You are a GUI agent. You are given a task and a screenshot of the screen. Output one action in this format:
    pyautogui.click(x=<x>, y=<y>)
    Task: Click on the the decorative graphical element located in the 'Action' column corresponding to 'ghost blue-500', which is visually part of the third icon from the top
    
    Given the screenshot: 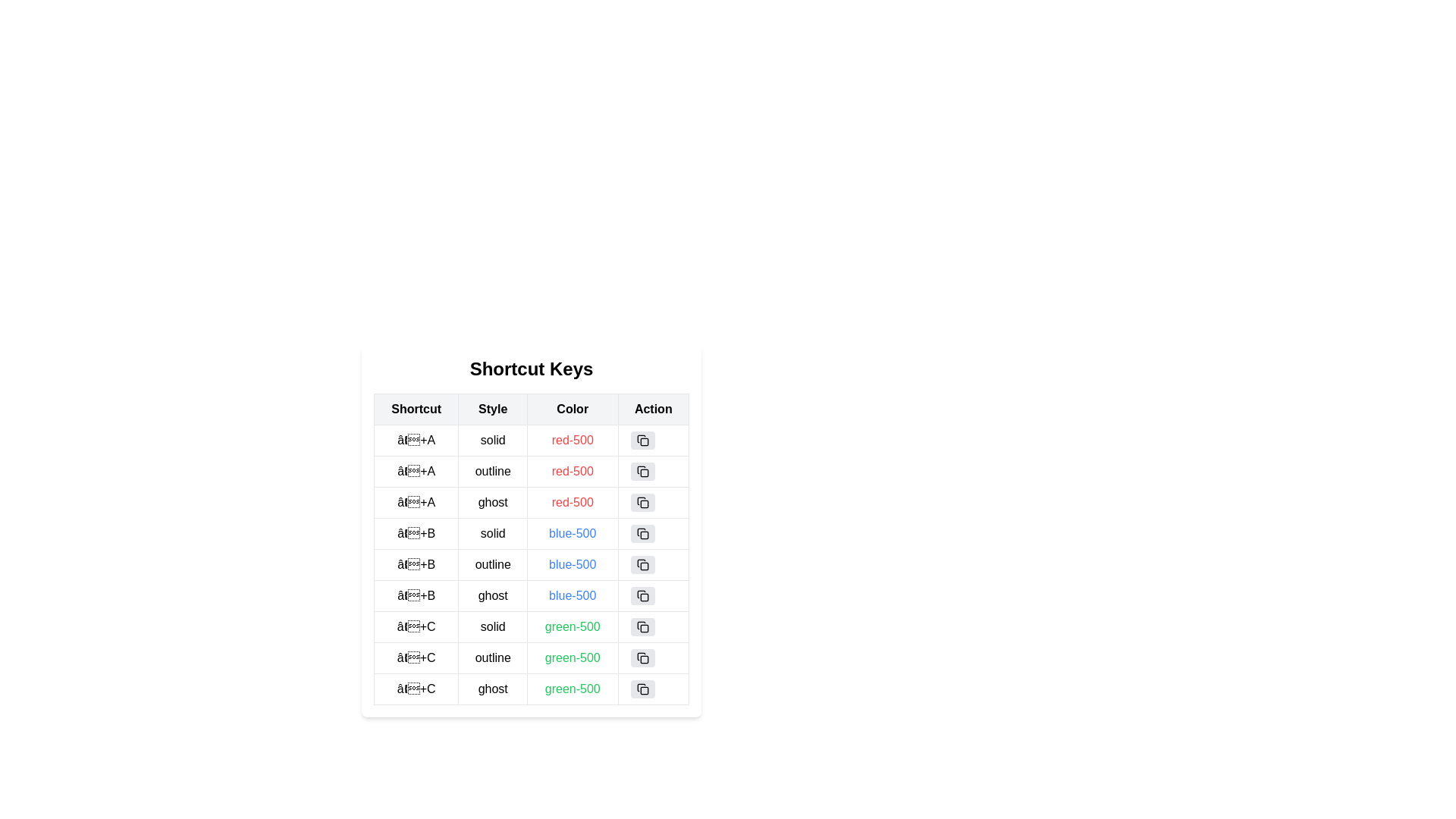 What is the action you would take?
    pyautogui.click(x=644, y=596)
    